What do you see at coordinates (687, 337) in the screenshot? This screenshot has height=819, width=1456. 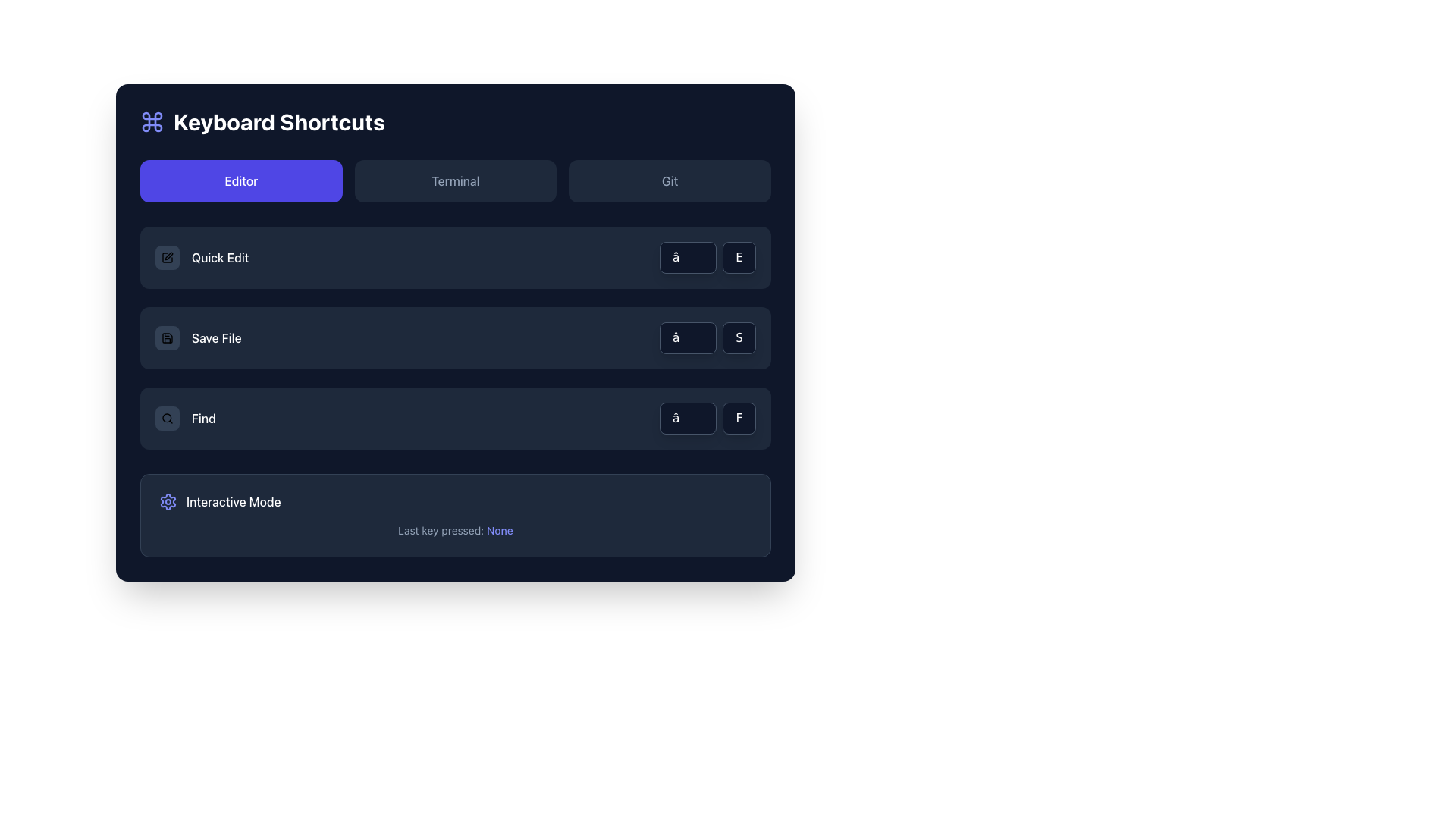 I see `the rectangular button with a dark background and rounded corners containing the text '⌘'` at bounding box center [687, 337].